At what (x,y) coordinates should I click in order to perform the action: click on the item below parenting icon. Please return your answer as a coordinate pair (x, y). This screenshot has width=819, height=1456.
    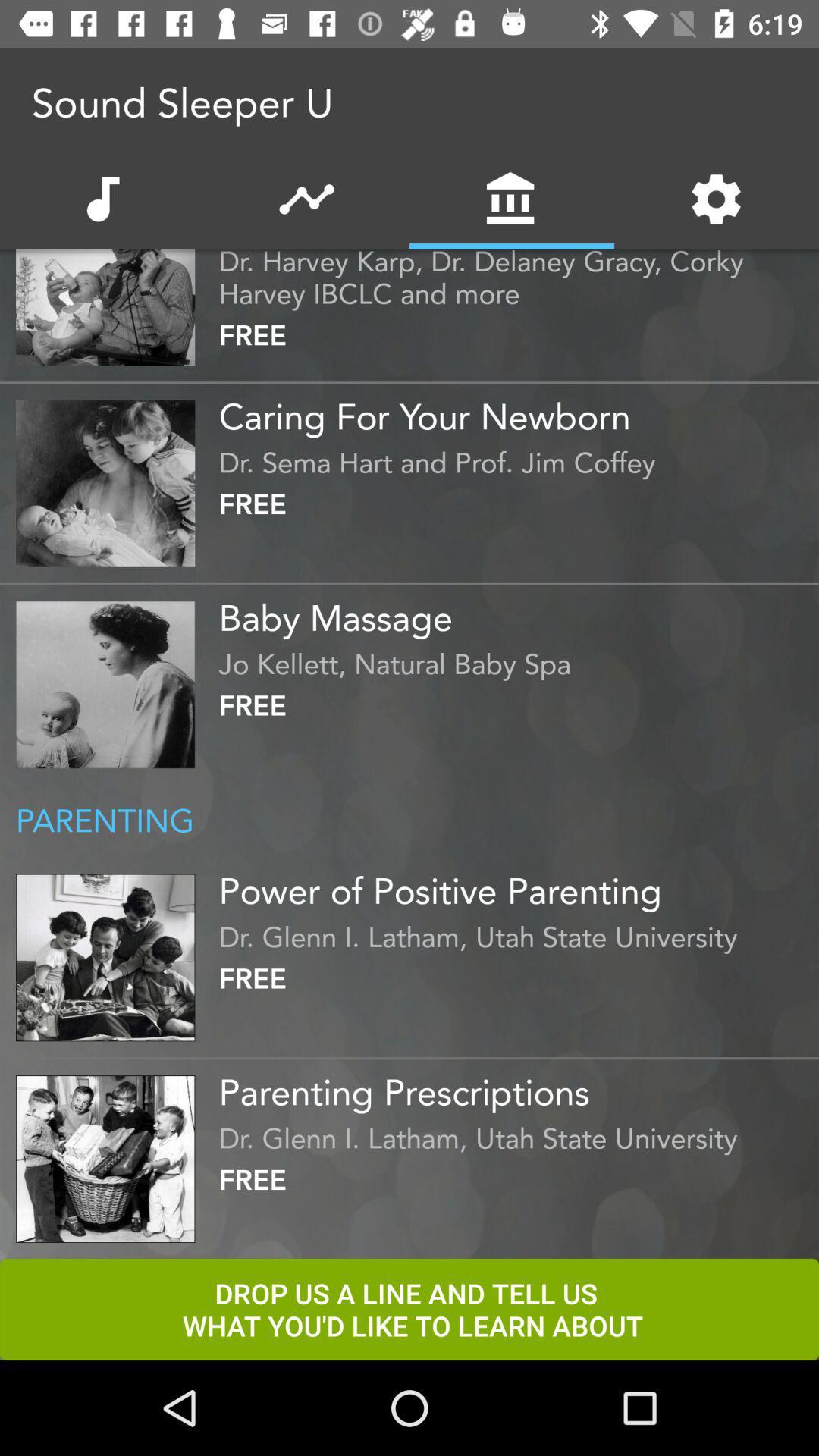
    Looking at the image, I should click on (514, 885).